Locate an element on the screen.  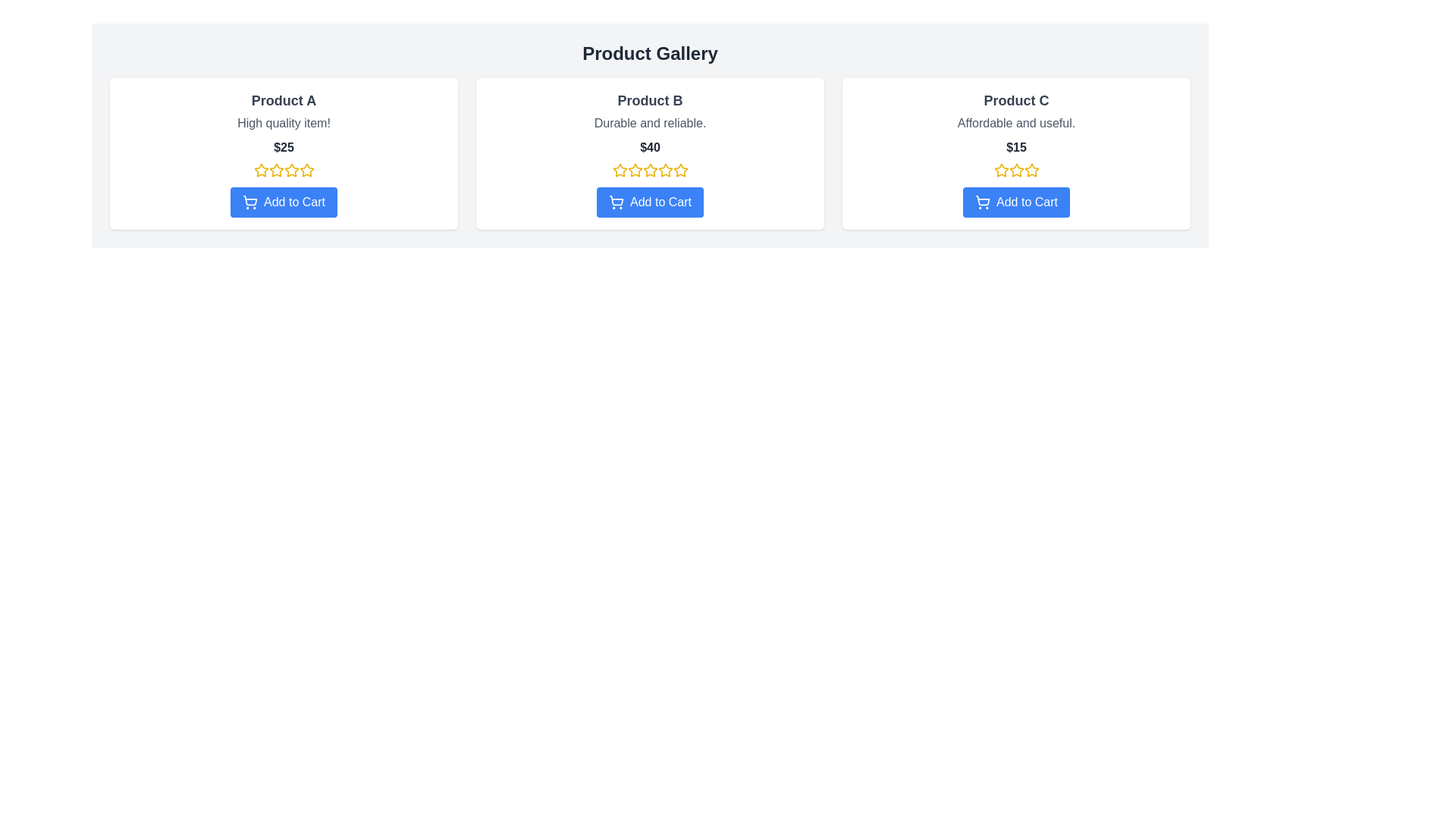
the one-star rating icon located in the rightmost product card of the 'Product Gallery' section, positioned below the text 'Product C' and above the 'Add to Cart' button is located at coordinates (1001, 170).